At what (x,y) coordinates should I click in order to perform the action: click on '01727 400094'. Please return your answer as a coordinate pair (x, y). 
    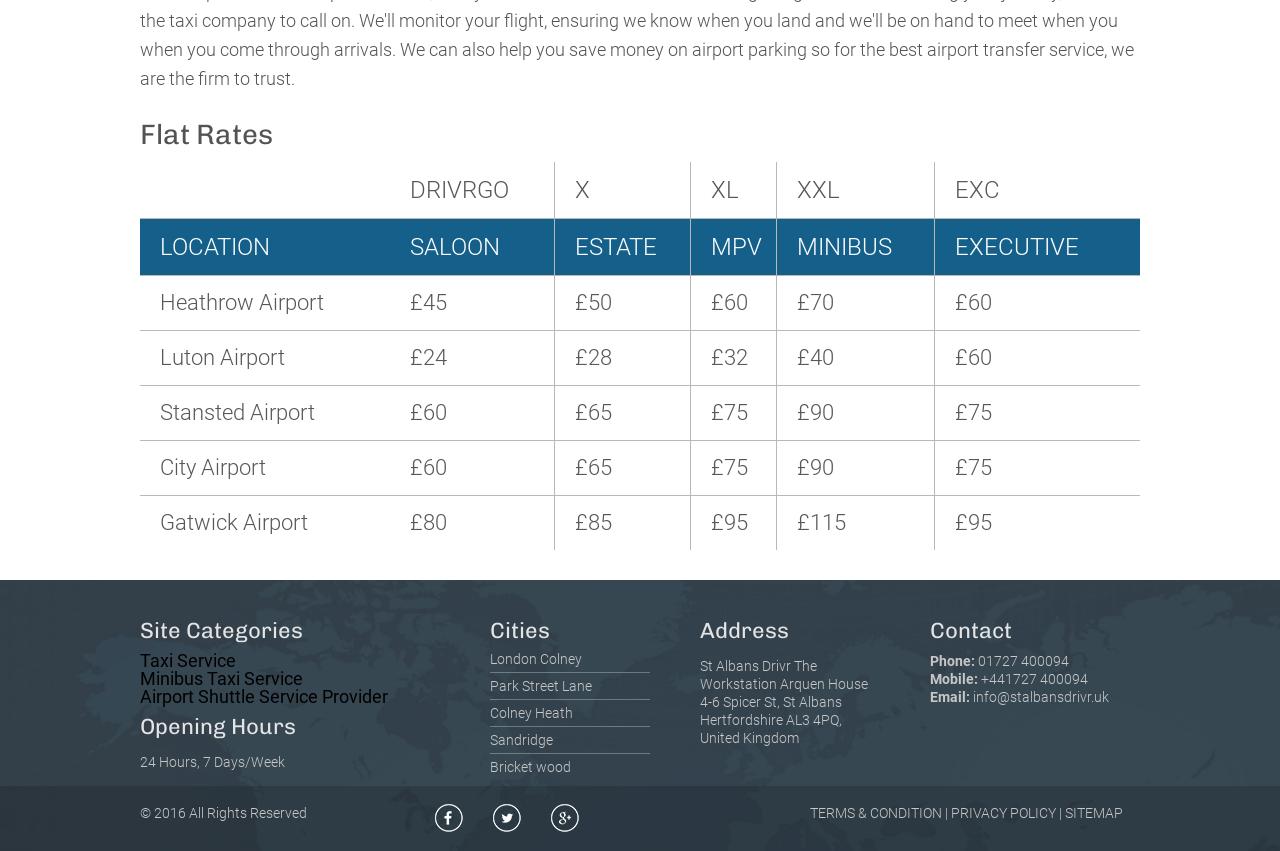
    Looking at the image, I should click on (1023, 660).